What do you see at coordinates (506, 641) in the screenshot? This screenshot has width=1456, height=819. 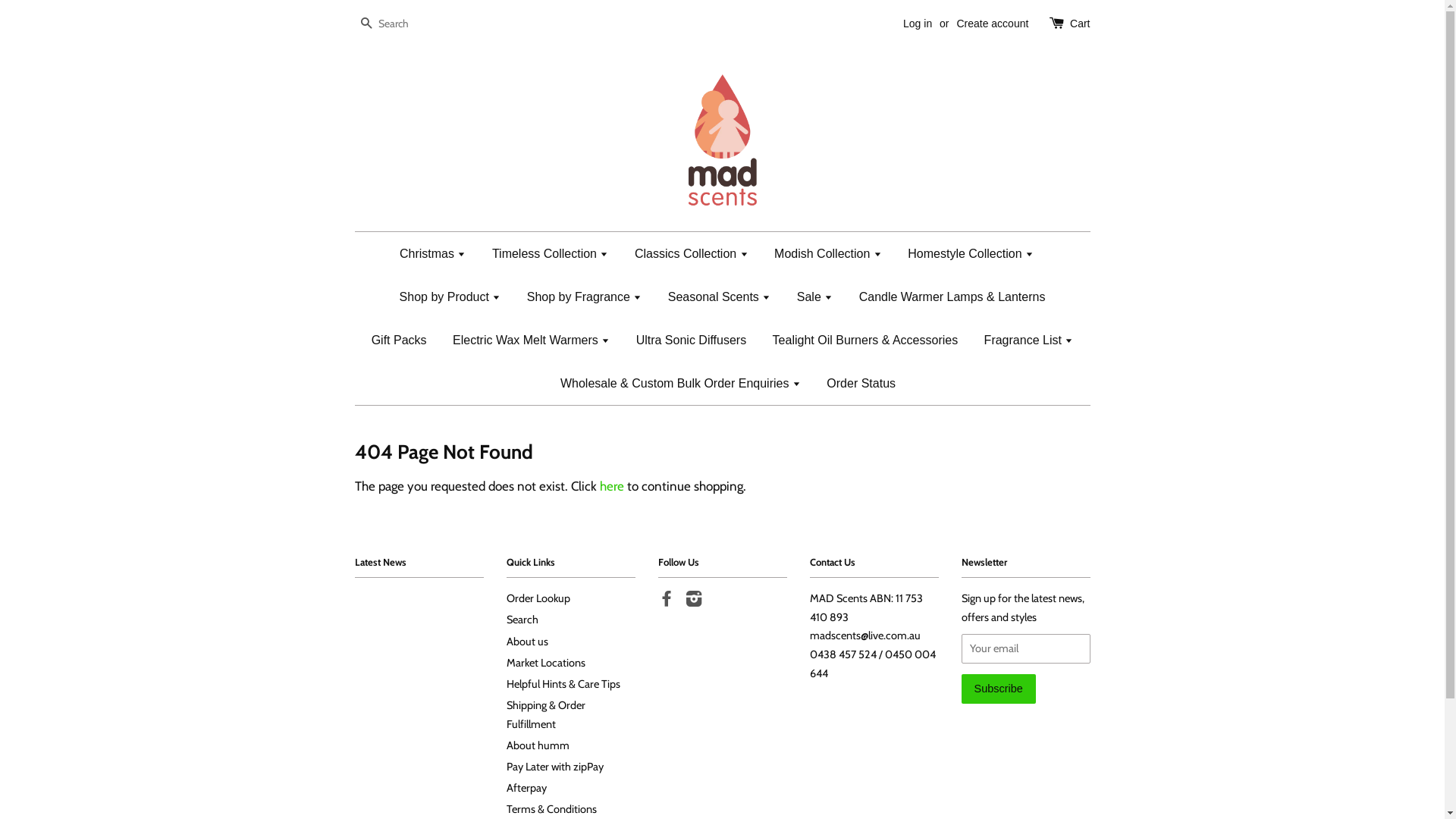 I see `'About us'` at bounding box center [506, 641].